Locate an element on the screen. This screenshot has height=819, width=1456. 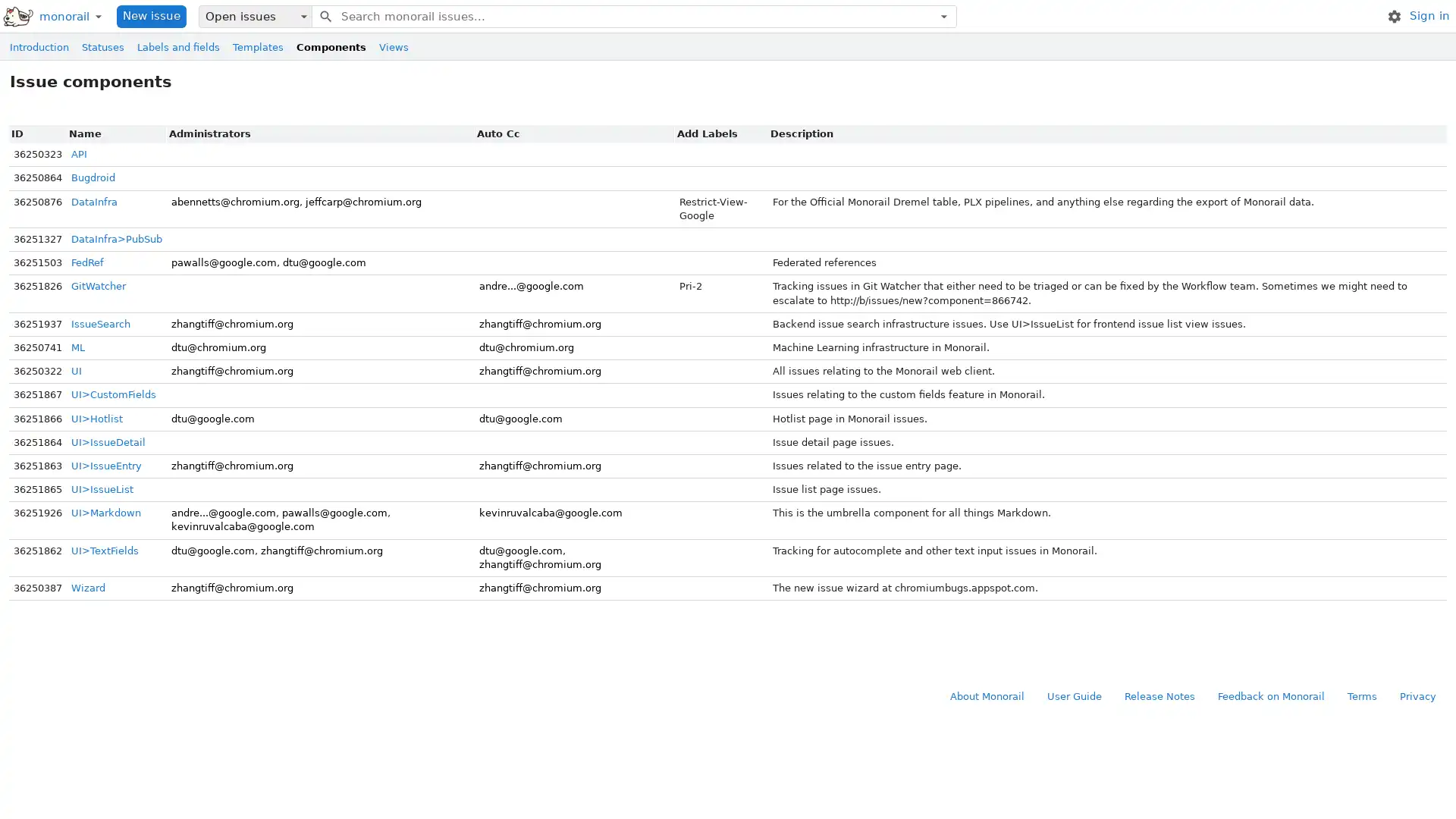
Search options is located at coordinates (943, 15).